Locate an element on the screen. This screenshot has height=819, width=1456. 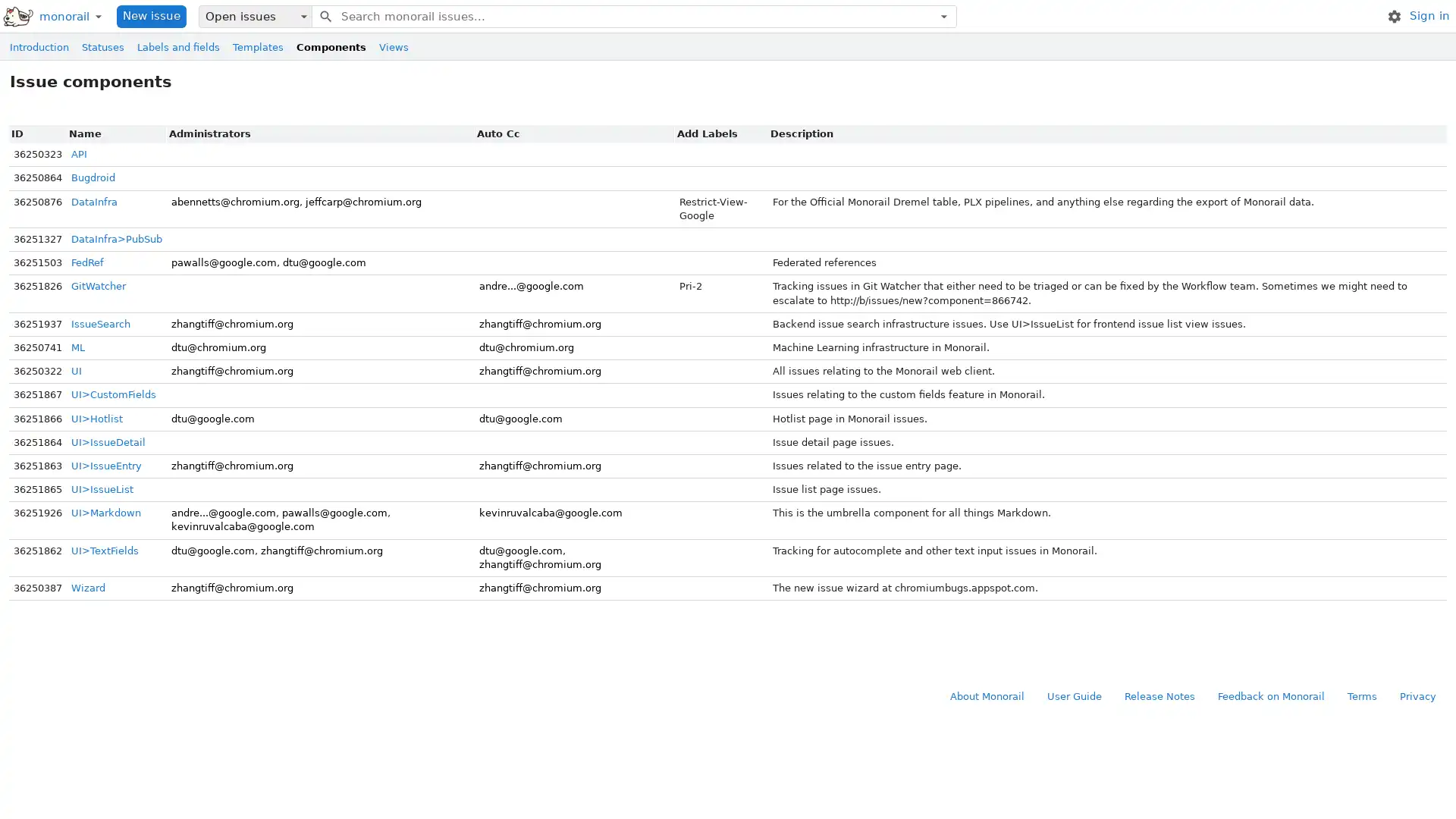
Search options is located at coordinates (943, 15).